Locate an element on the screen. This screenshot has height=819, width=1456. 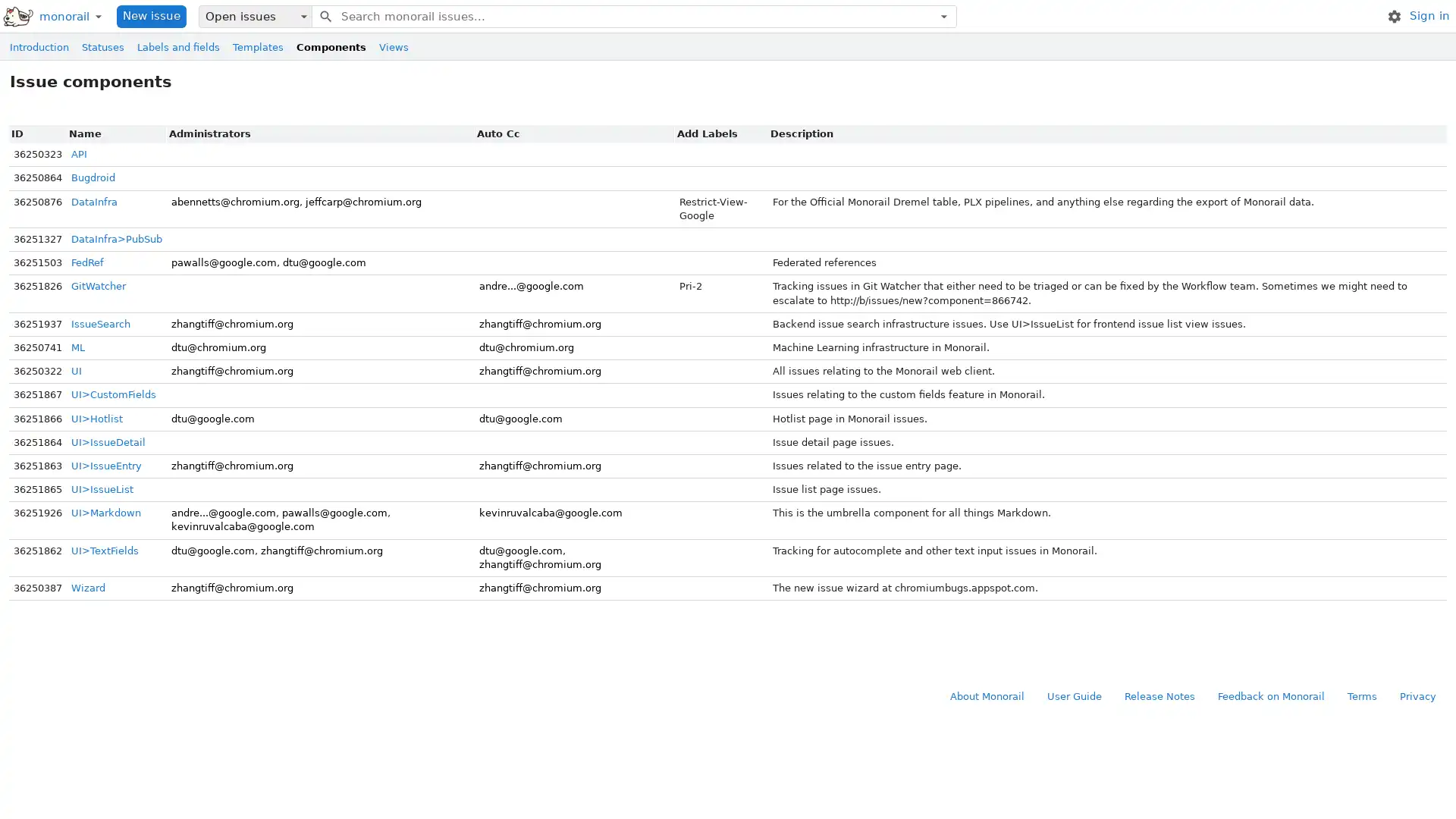
Search options is located at coordinates (943, 15).